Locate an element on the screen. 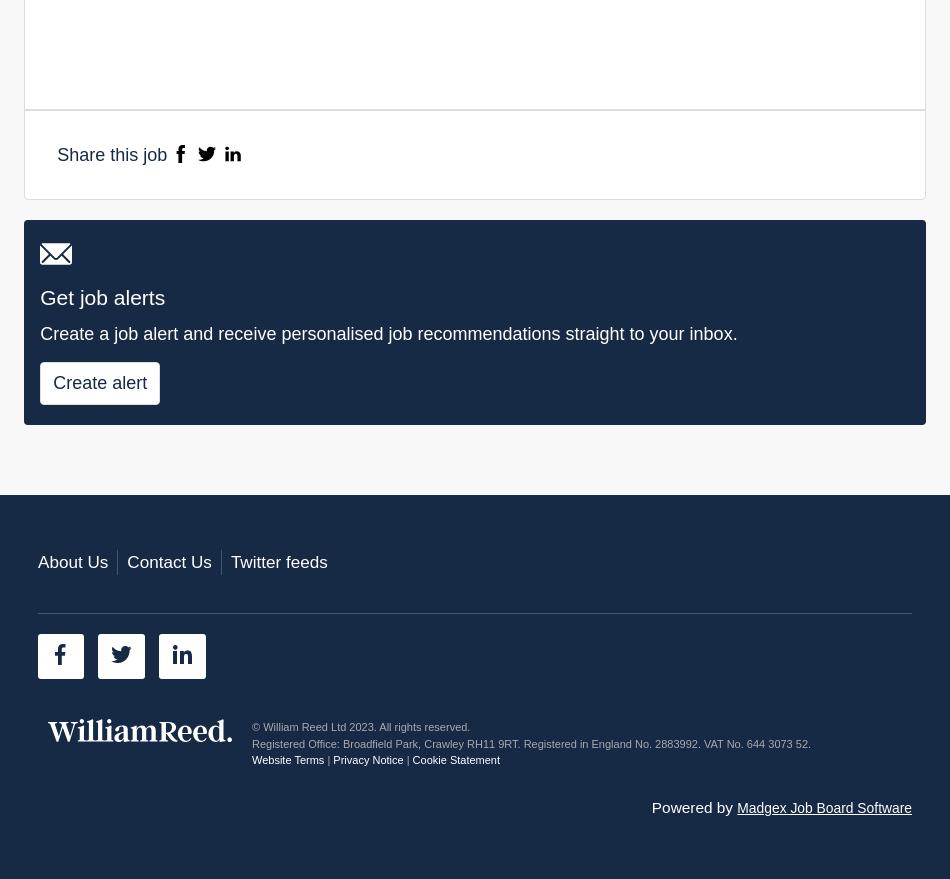 This screenshot has height=879, width=950. 'Registered Office: Broadfield Park, Crawley RH11 9RT. Registered in England No. 2883992. VAT No. 644 3073 52.' is located at coordinates (531, 742).